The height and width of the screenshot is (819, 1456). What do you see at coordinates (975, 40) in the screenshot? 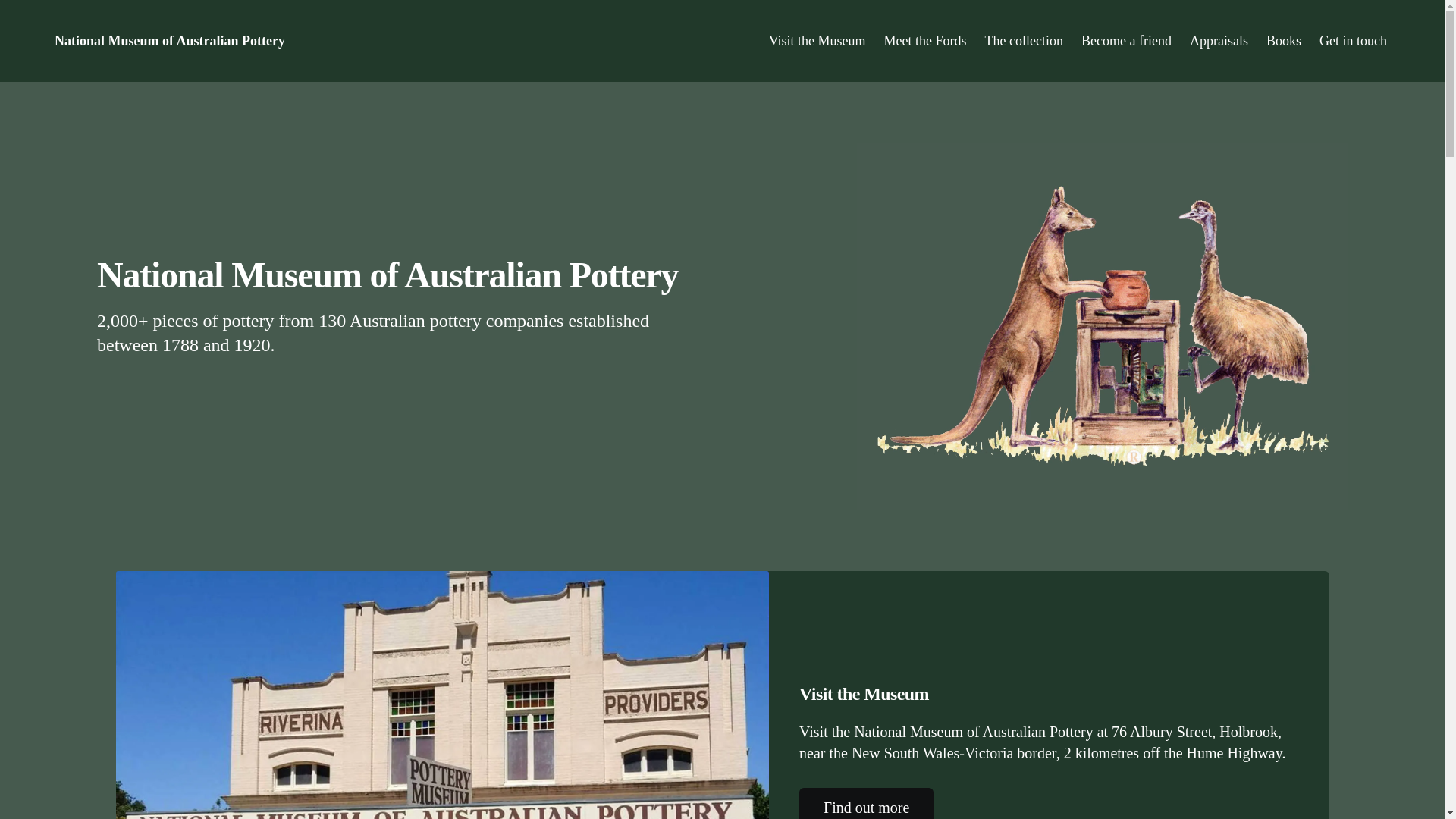
I see `'The collection'` at bounding box center [975, 40].